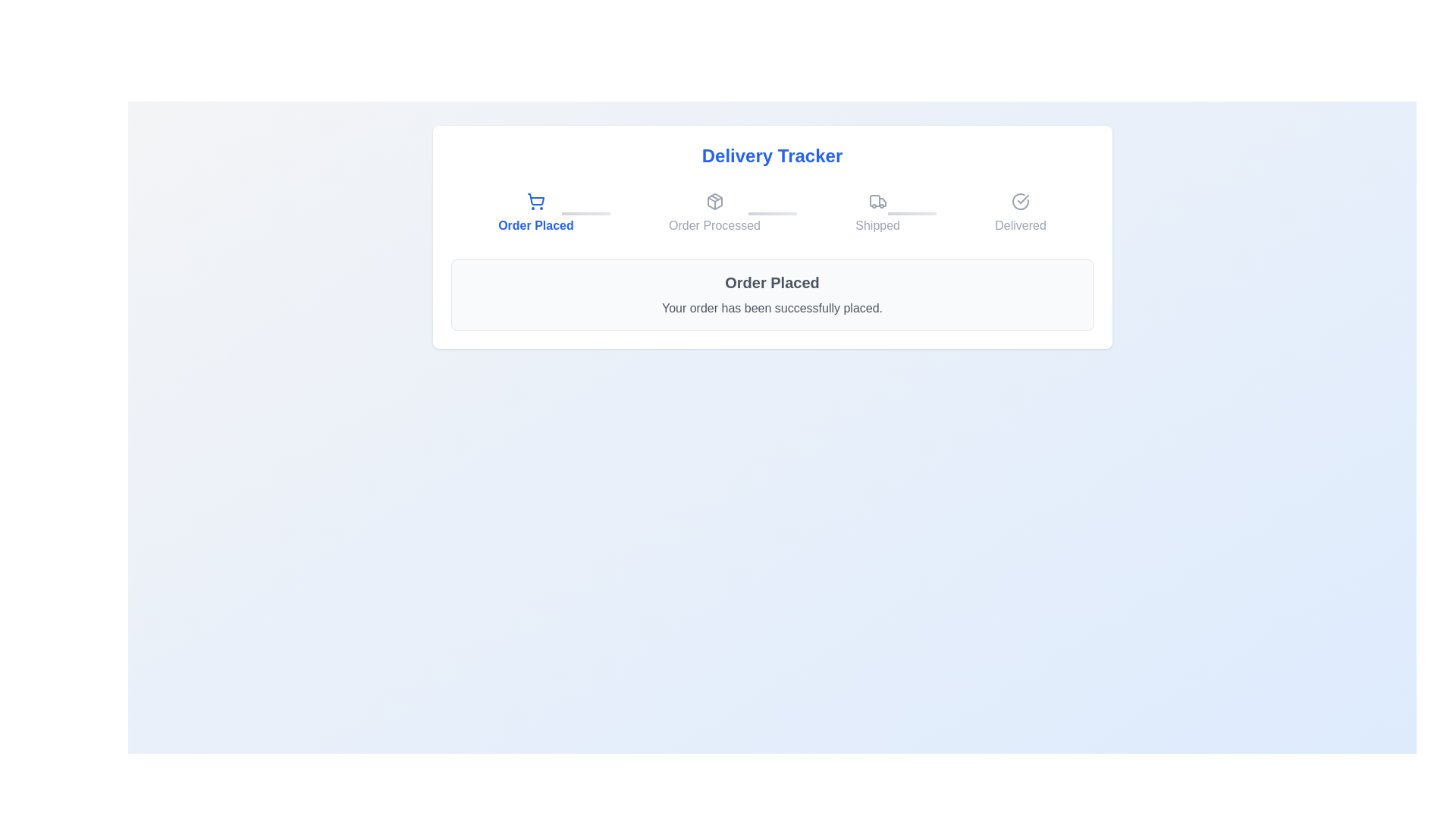 The width and height of the screenshot is (1456, 819). Describe the element at coordinates (535, 213) in the screenshot. I see `the step label Order Placed` at that location.